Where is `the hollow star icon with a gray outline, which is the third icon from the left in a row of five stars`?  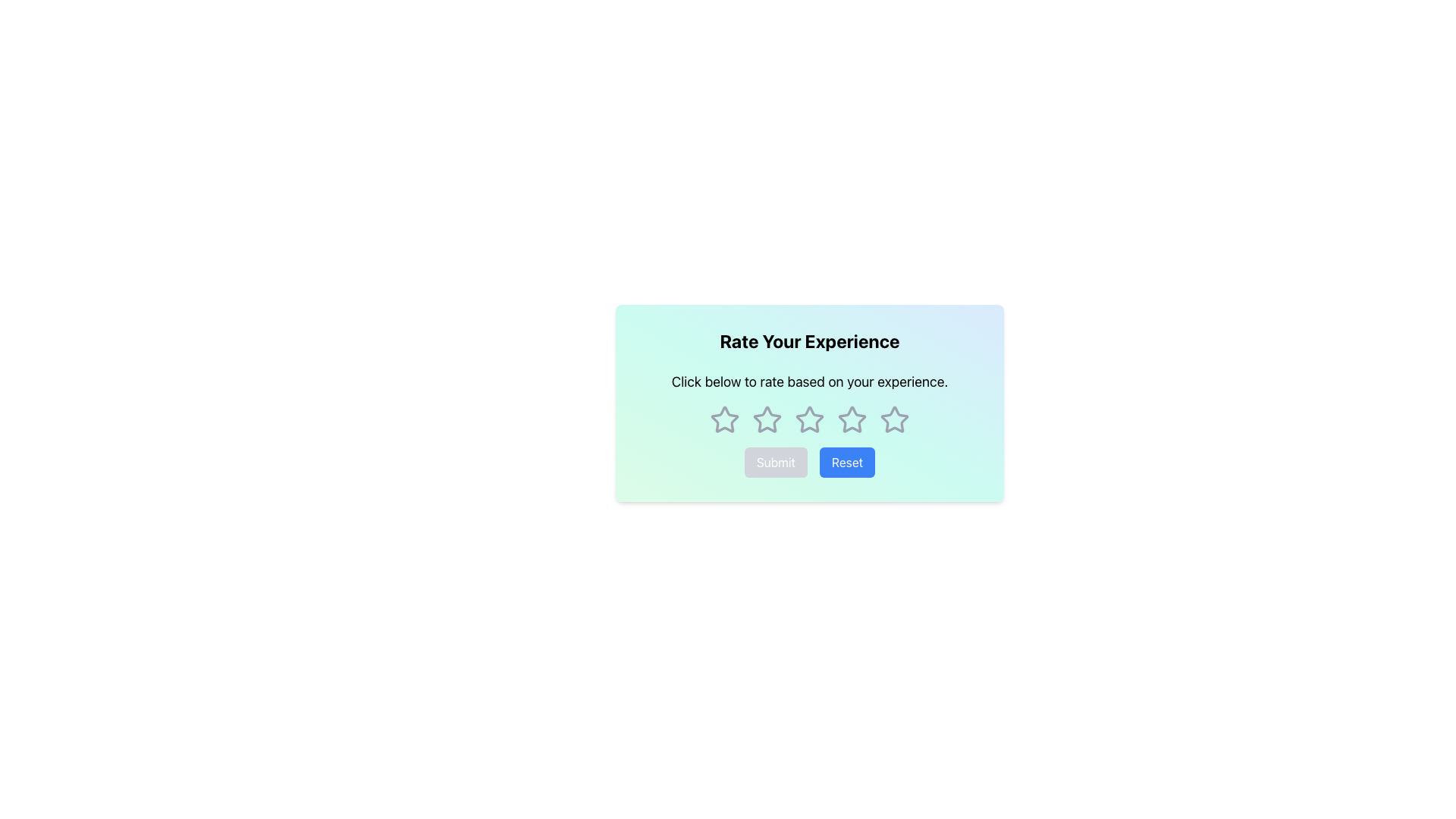 the hollow star icon with a gray outline, which is the third icon from the left in a row of five stars is located at coordinates (809, 420).